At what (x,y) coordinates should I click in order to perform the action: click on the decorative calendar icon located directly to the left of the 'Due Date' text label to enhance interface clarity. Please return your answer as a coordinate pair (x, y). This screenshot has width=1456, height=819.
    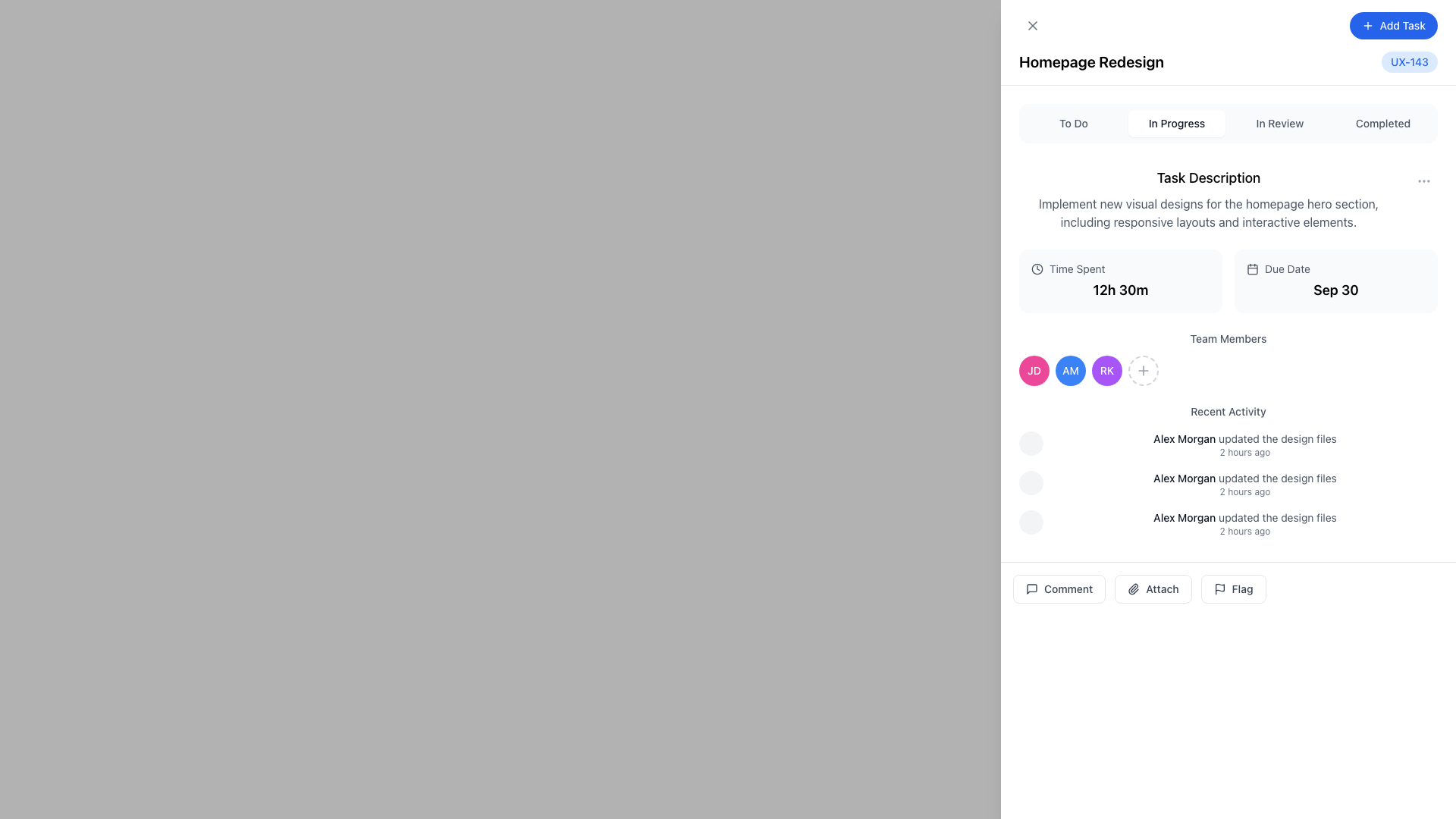
    Looking at the image, I should click on (1252, 268).